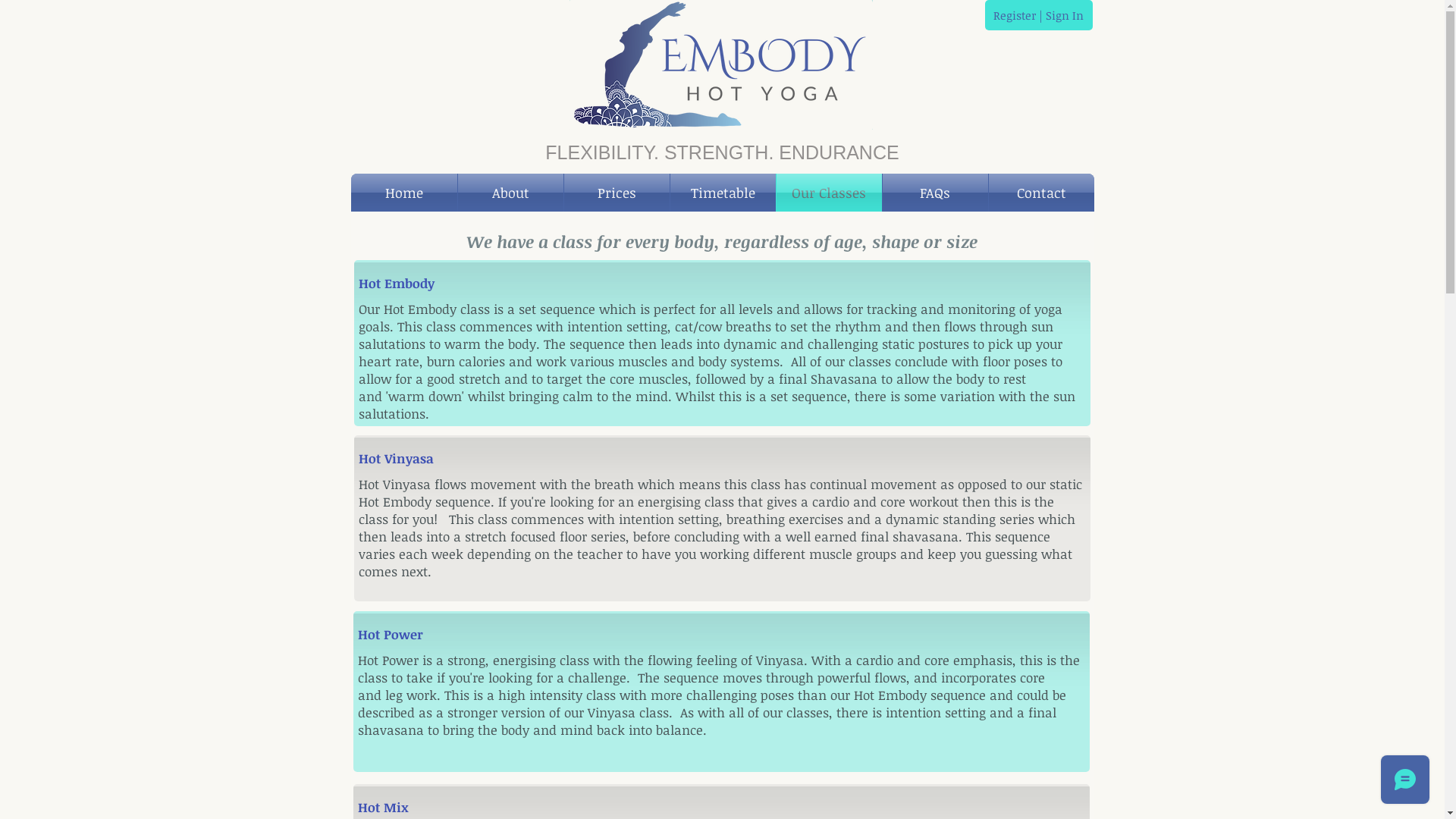 Image resolution: width=1456 pixels, height=819 pixels. I want to click on 'Register | Sign In', so click(1037, 14).